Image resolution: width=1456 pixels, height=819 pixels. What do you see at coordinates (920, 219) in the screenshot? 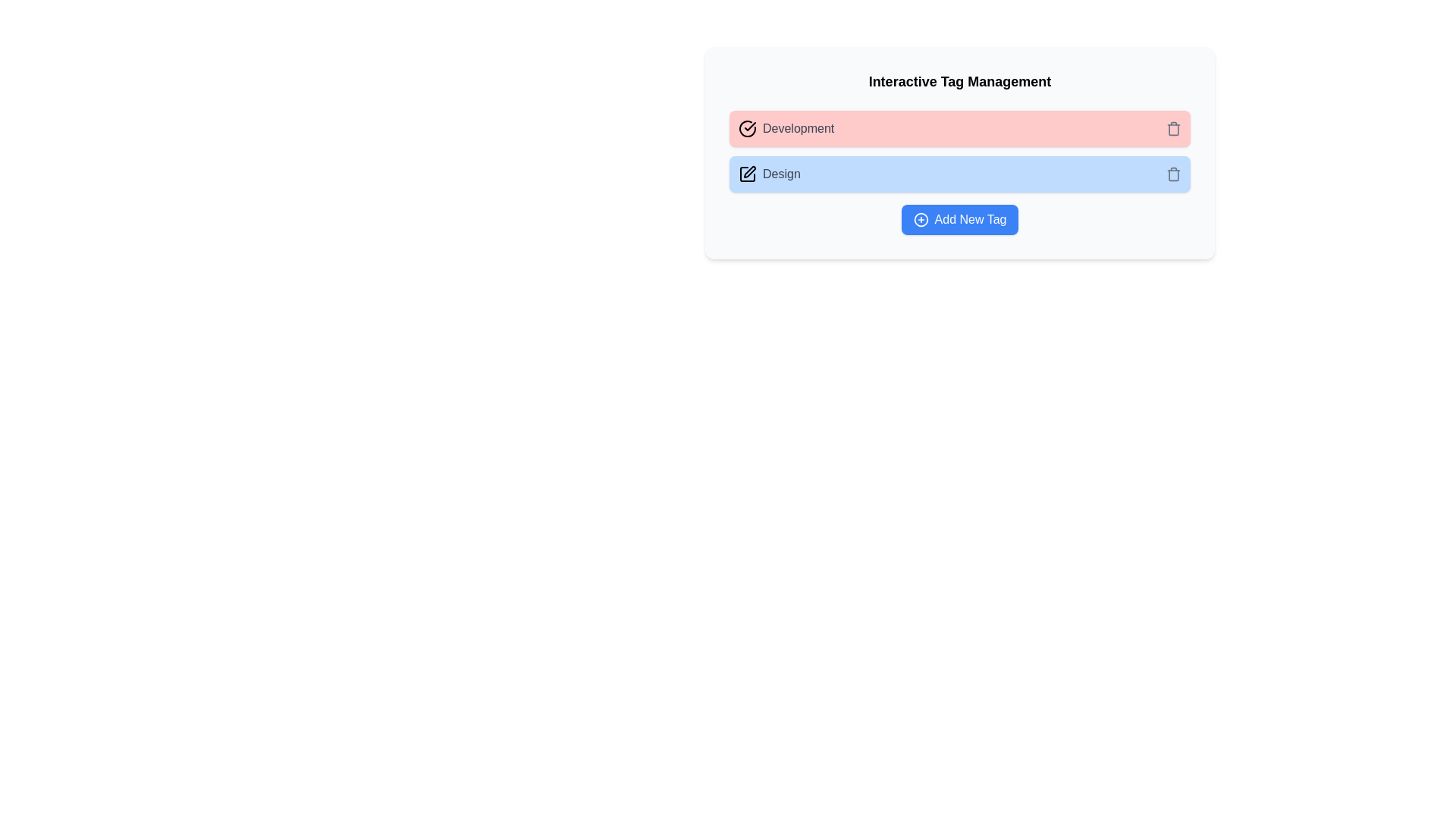
I see `the icon located to the left of the 'Add New Tag' text within the button` at bounding box center [920, 219].